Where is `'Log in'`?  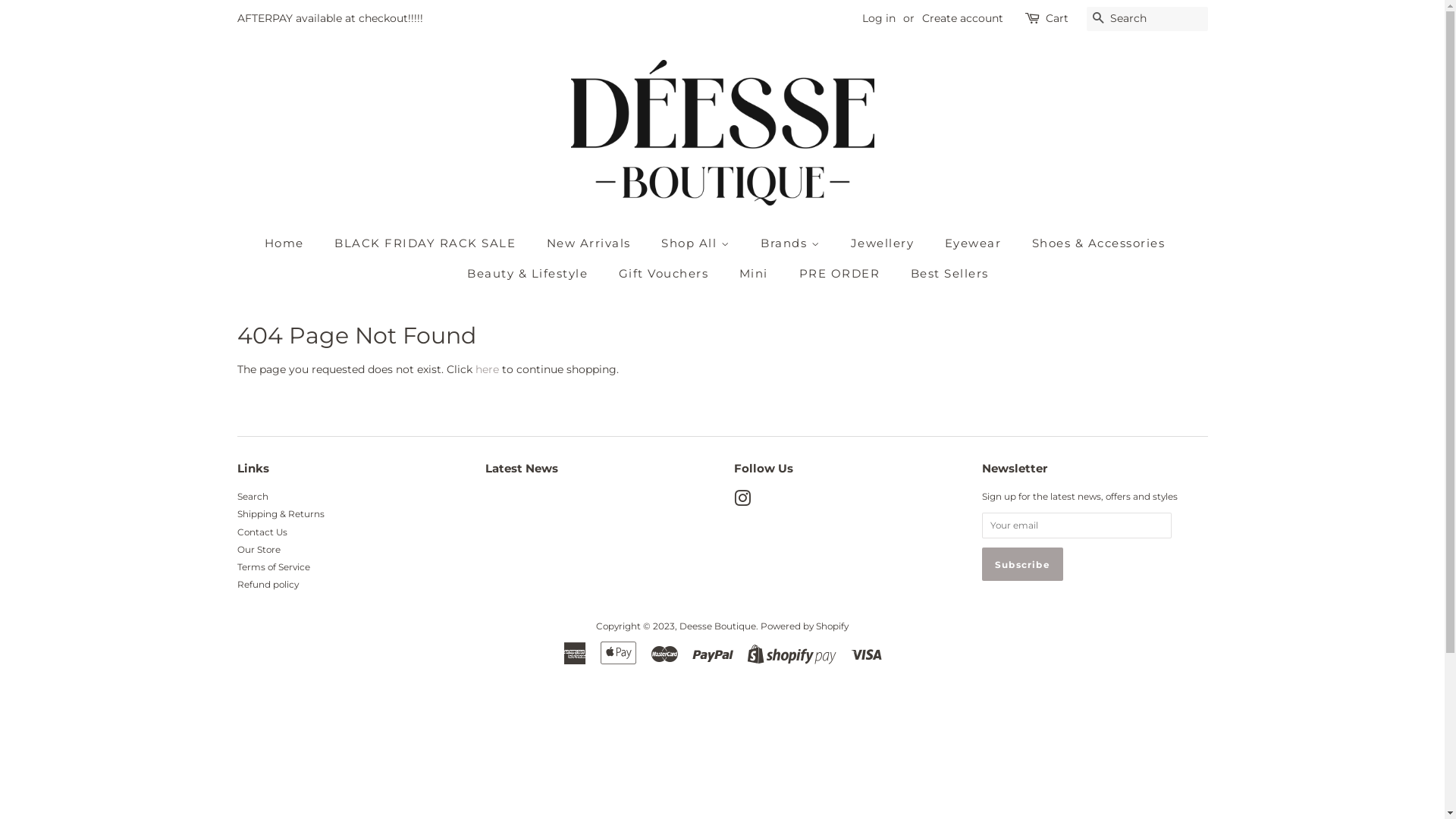 'Log in' is located at coordinates (877, 17).